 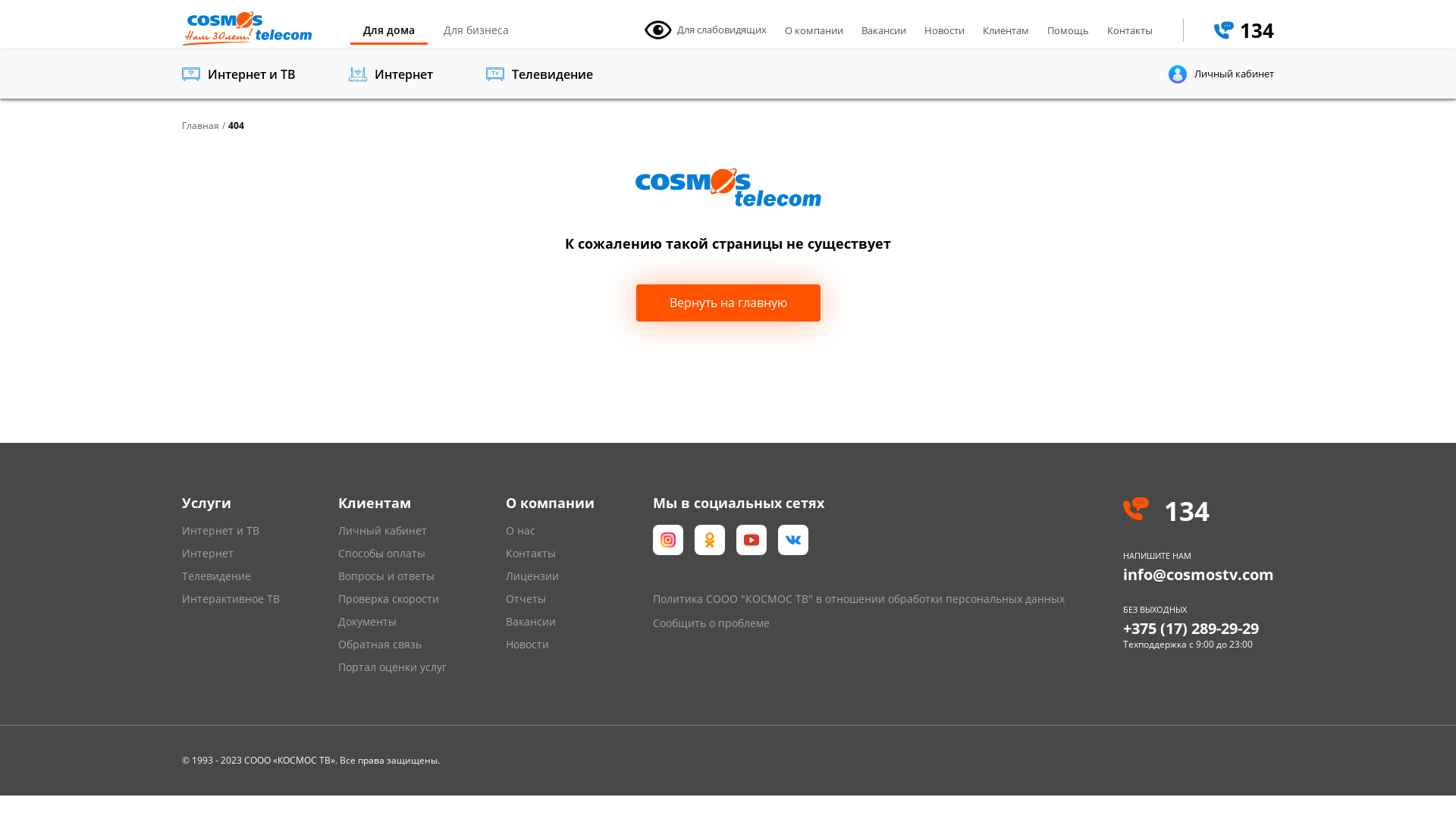 I want to click on 'info@cosmostv.com', so click(x=1197, y=574).